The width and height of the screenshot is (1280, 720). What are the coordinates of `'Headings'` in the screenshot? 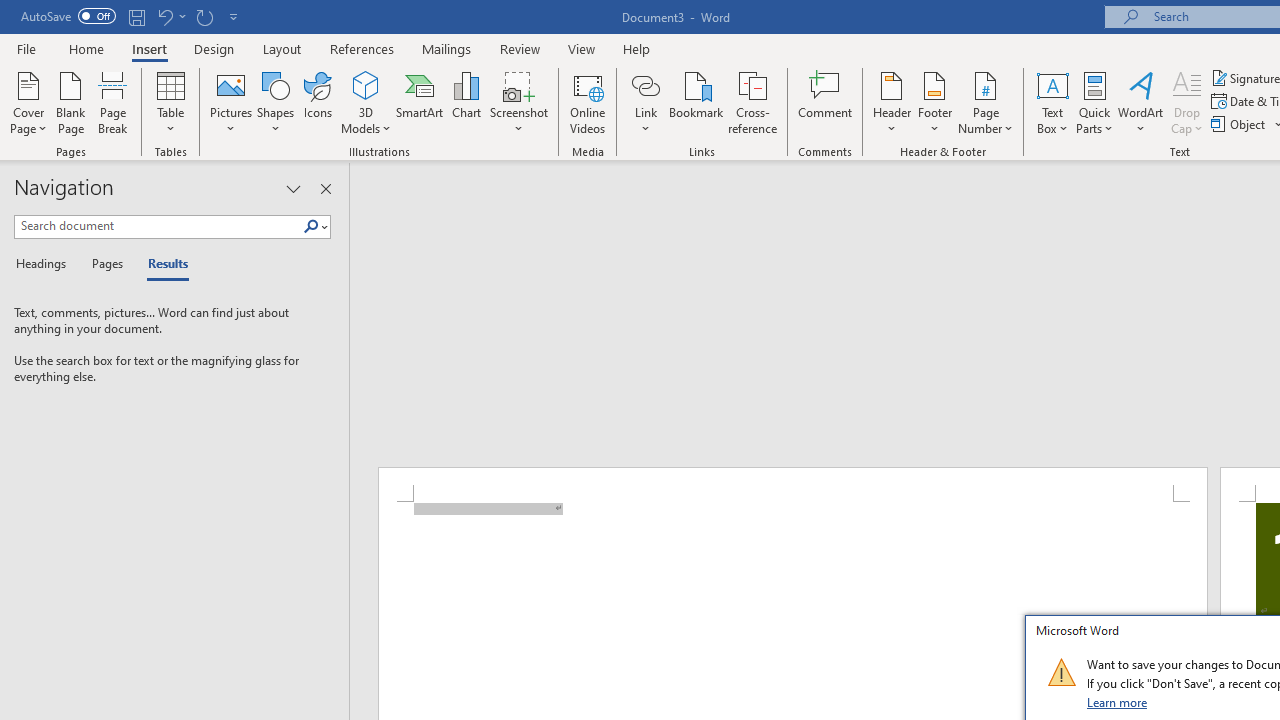 It's located at (45, 264).